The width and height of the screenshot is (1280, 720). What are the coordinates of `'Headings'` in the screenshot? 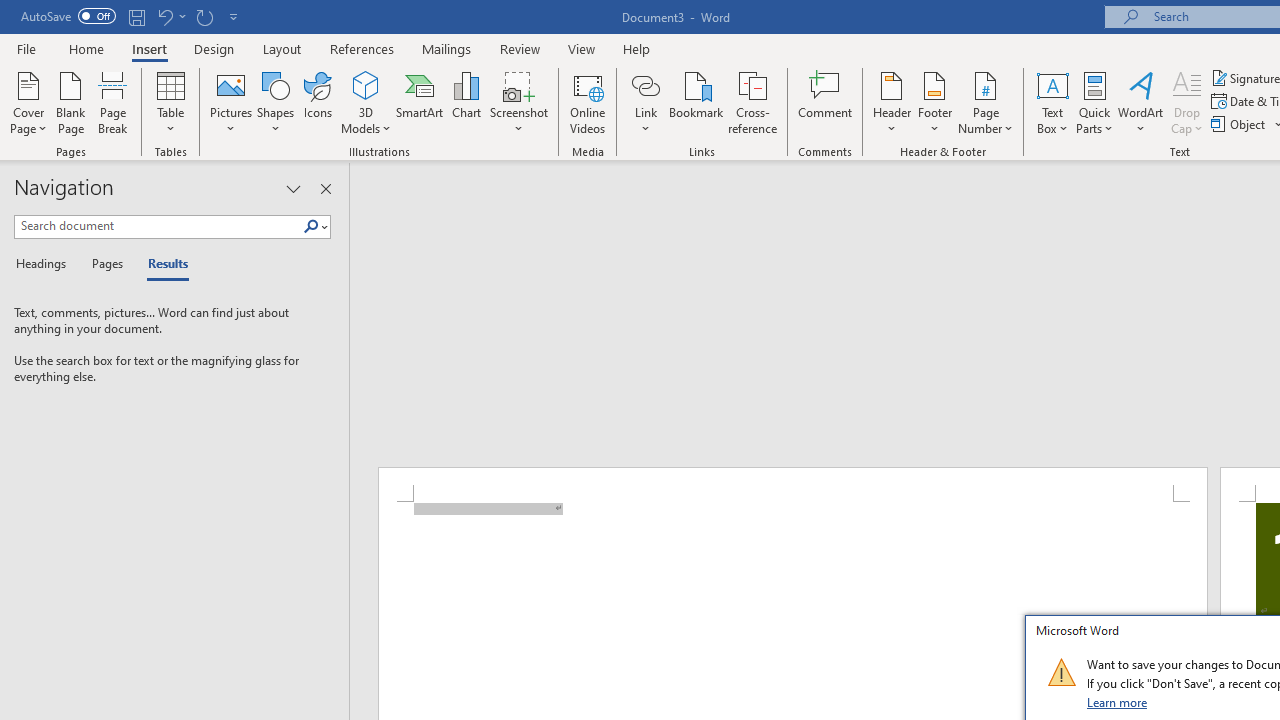 It's located at (45, 264).